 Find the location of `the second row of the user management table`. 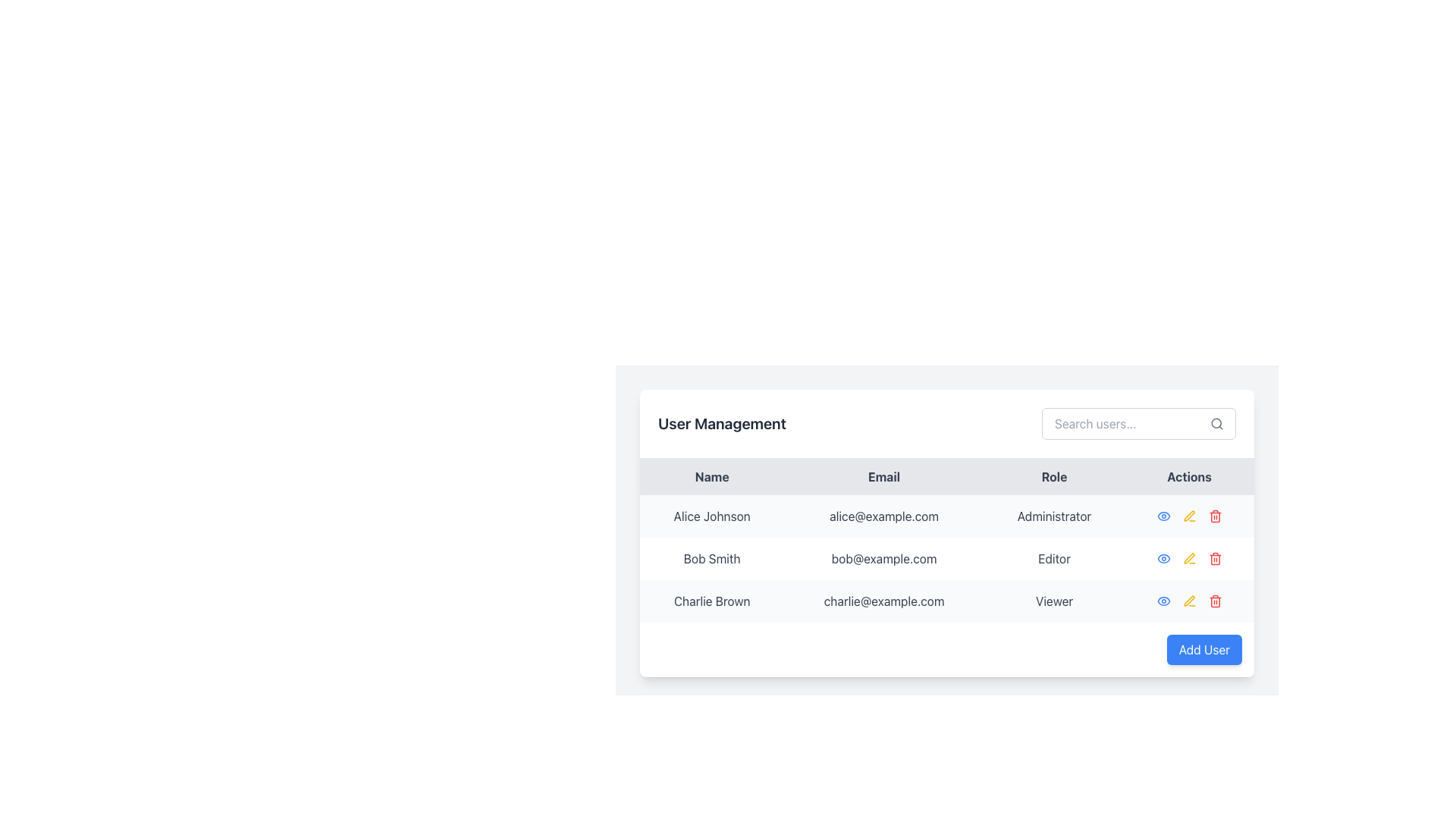

the second row of the user management table is located at coordinates (946, 558).